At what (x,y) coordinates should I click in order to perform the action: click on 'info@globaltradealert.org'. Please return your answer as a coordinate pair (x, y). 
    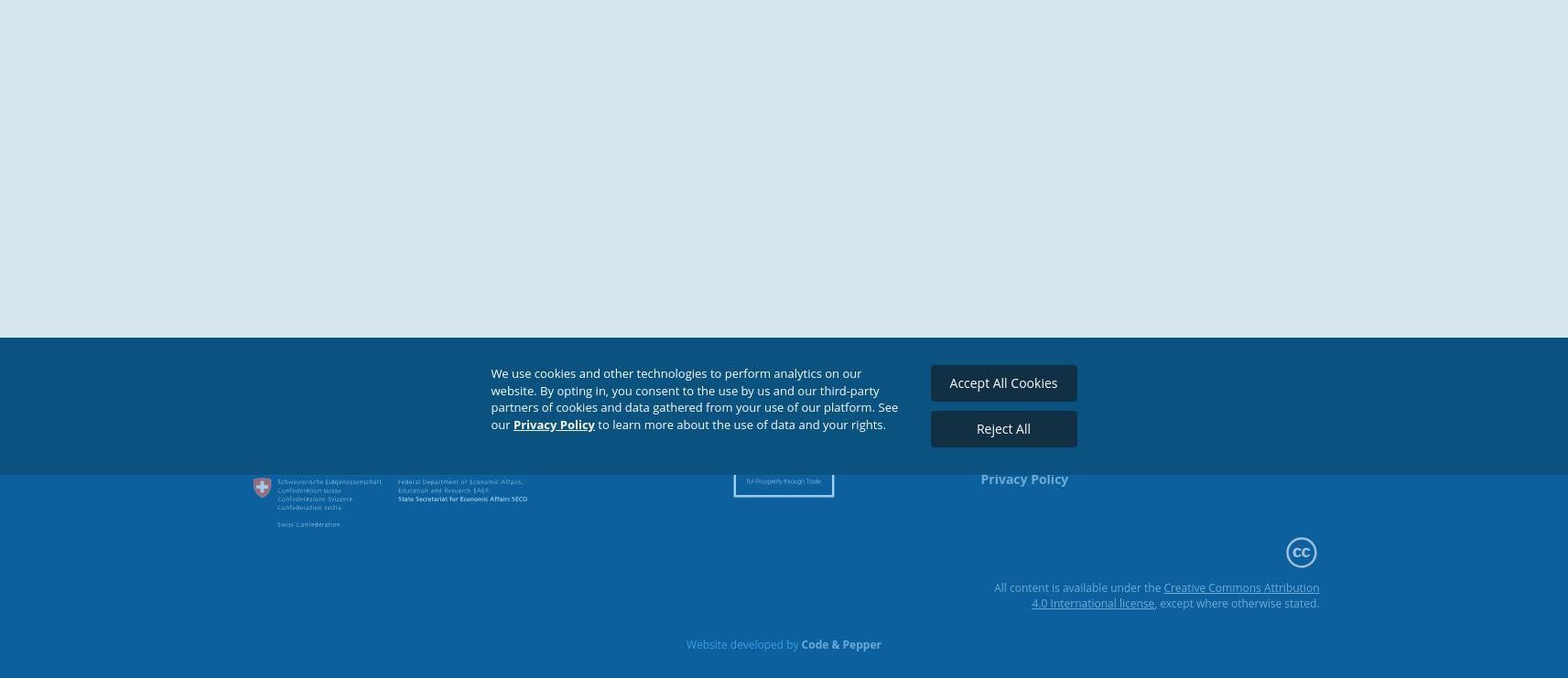
    Looking at the image, I should click on (1062, 443).